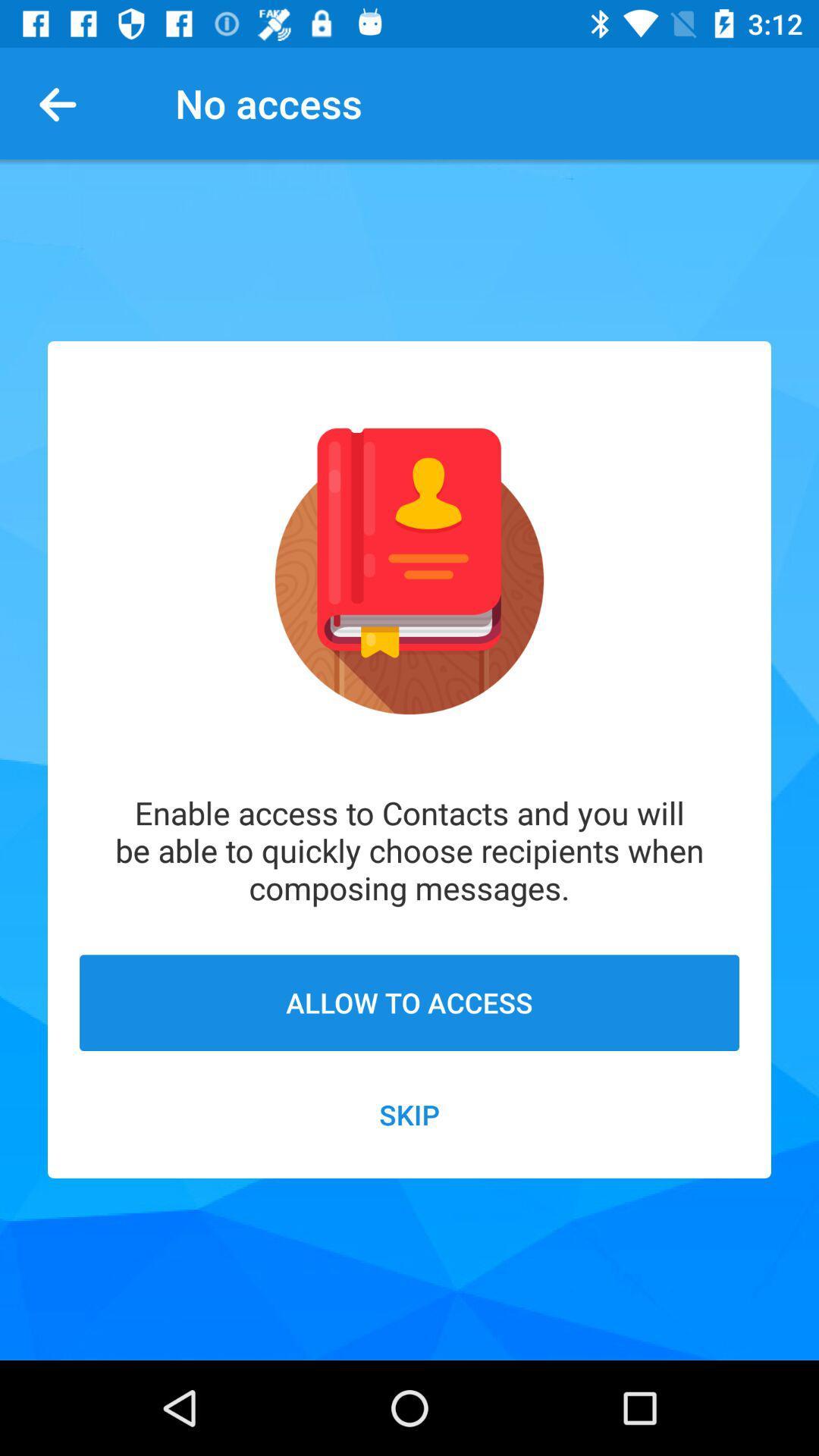 This screenshot has height=1456, width=819. I want to click on skip icon, so click(409, 1114).